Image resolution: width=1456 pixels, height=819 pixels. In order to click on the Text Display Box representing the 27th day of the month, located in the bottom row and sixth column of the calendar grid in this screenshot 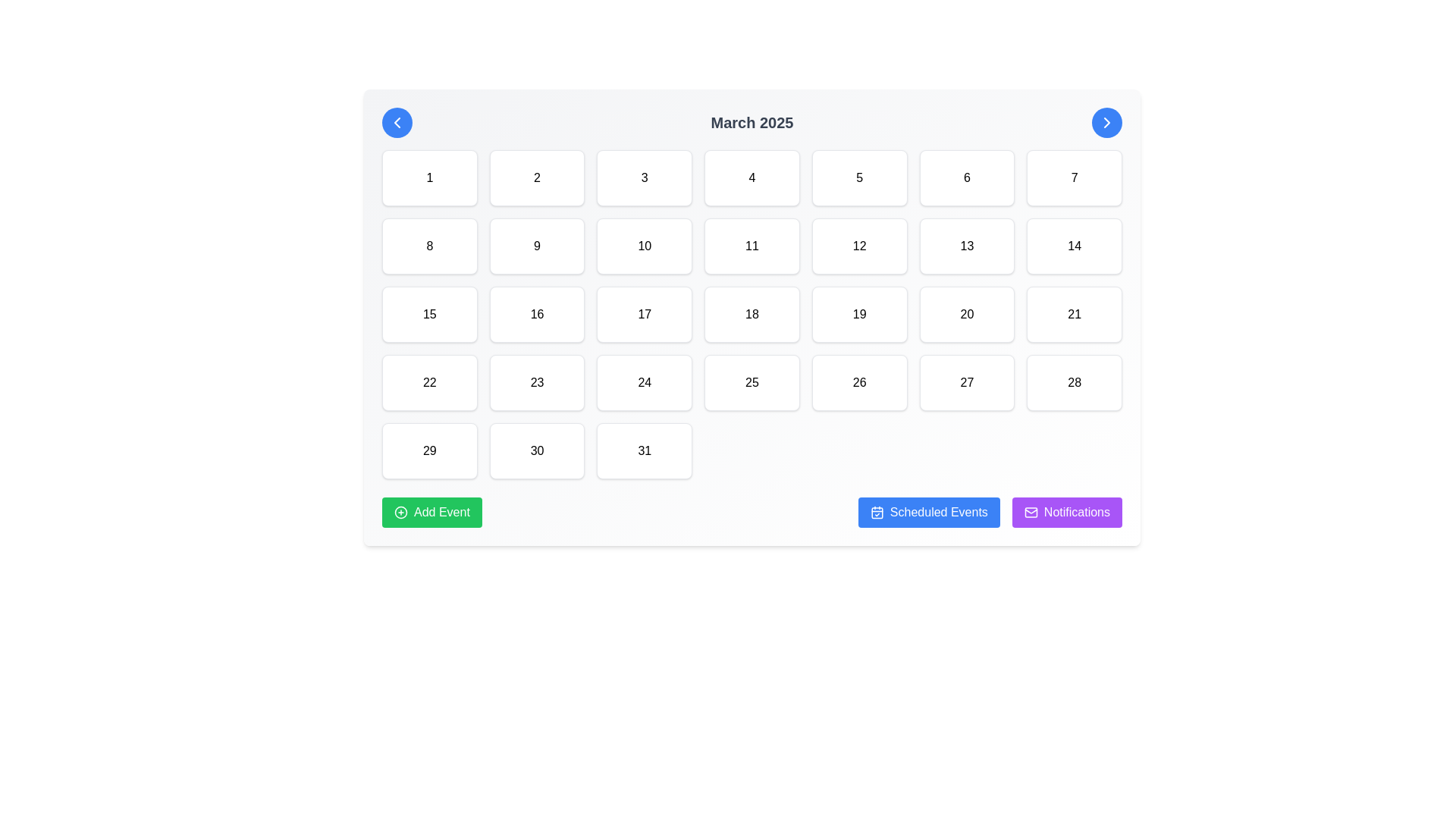, I will do `click(966, 382)`.